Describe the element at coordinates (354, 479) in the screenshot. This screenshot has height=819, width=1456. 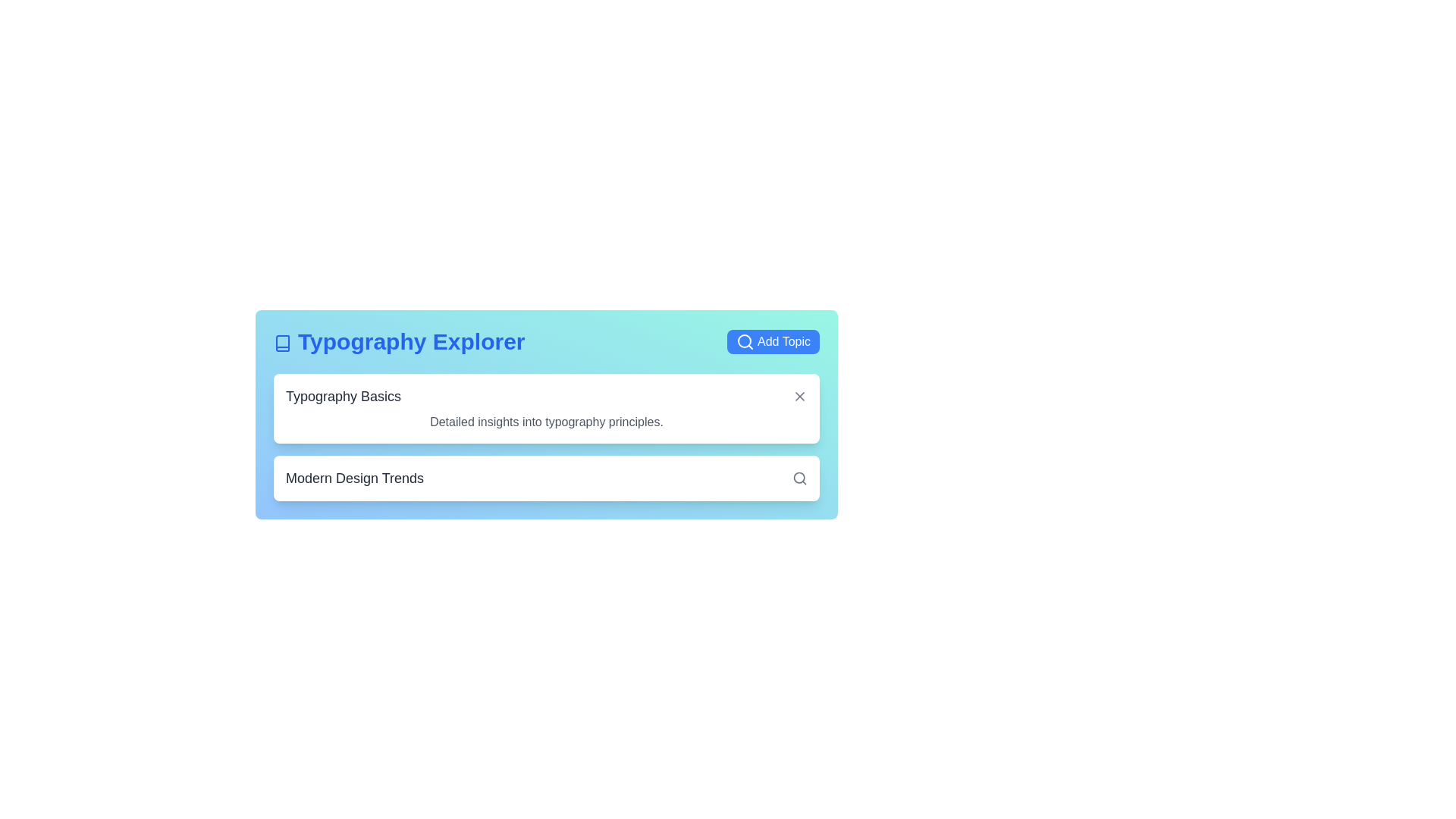
I see `the Text Label that displays 'Modern Design Trends', located at the bottom center of the card under 'Typography Explorer'` at that location.